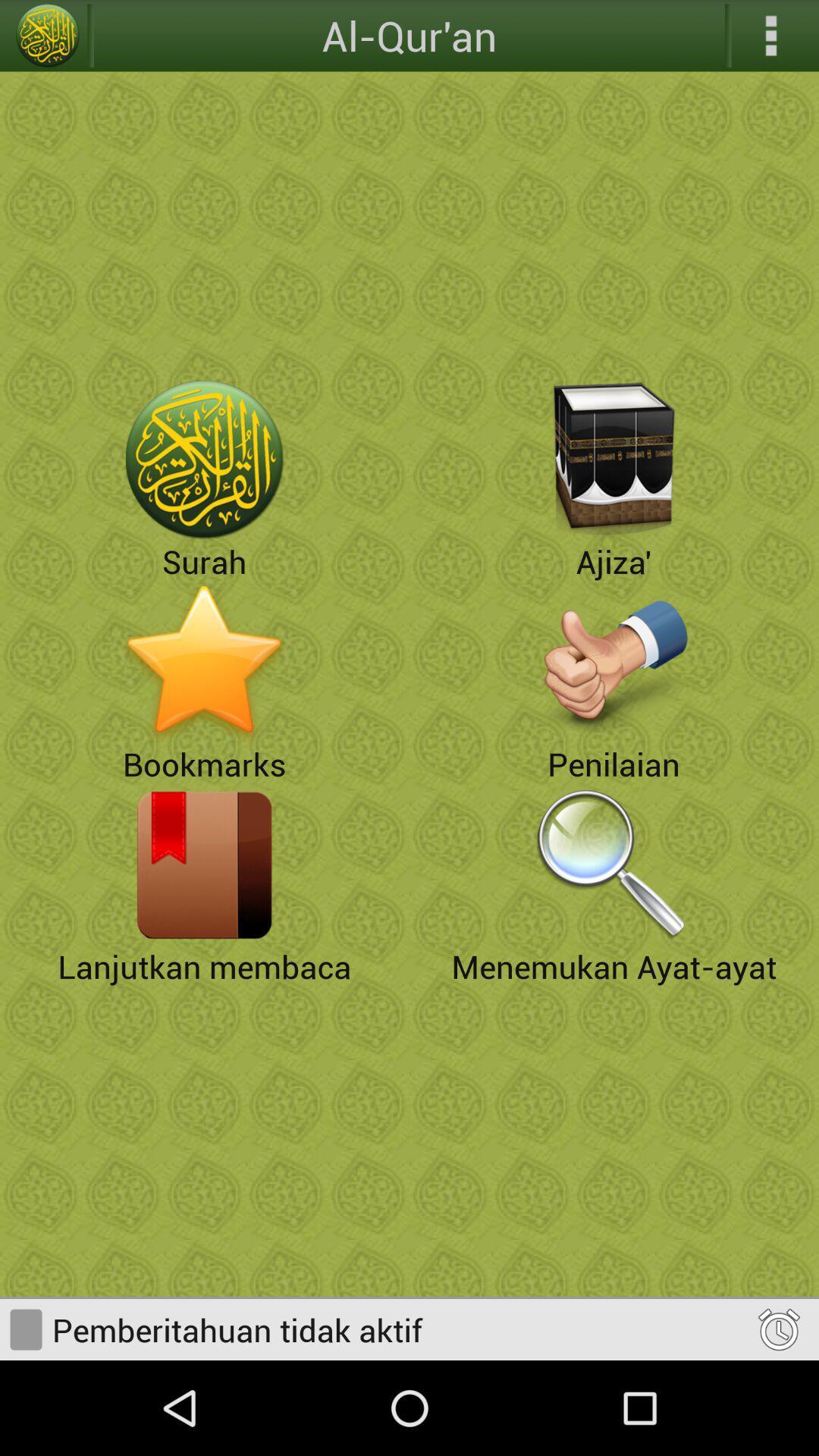 The image size is (819, 1456). What do you see at coordinates (205, 864) in the screenshot?
I see `click the app` at bounding box center [205, 864].